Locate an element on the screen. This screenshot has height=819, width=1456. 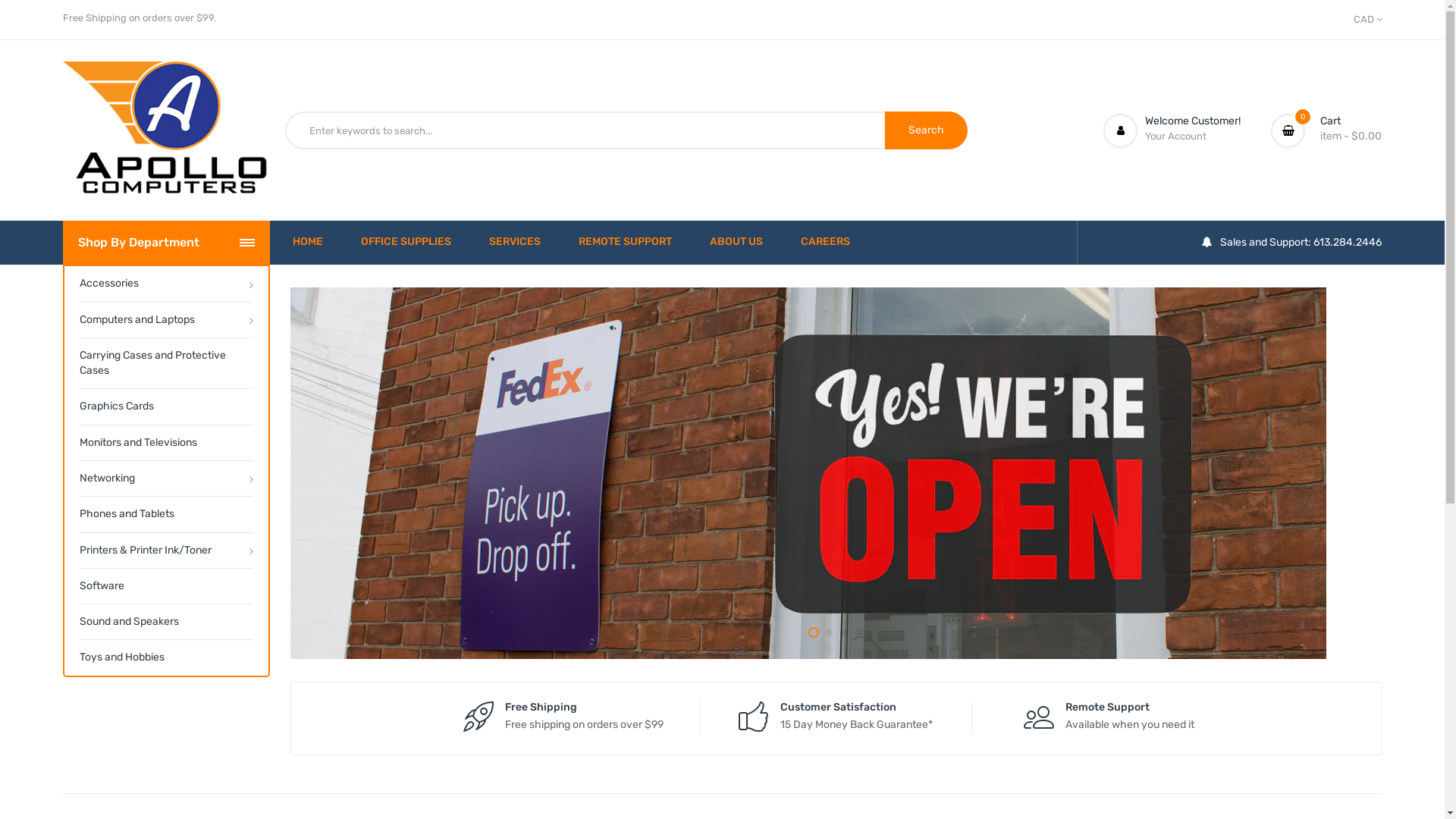
'Cart is located at coordinates (1325, 130).